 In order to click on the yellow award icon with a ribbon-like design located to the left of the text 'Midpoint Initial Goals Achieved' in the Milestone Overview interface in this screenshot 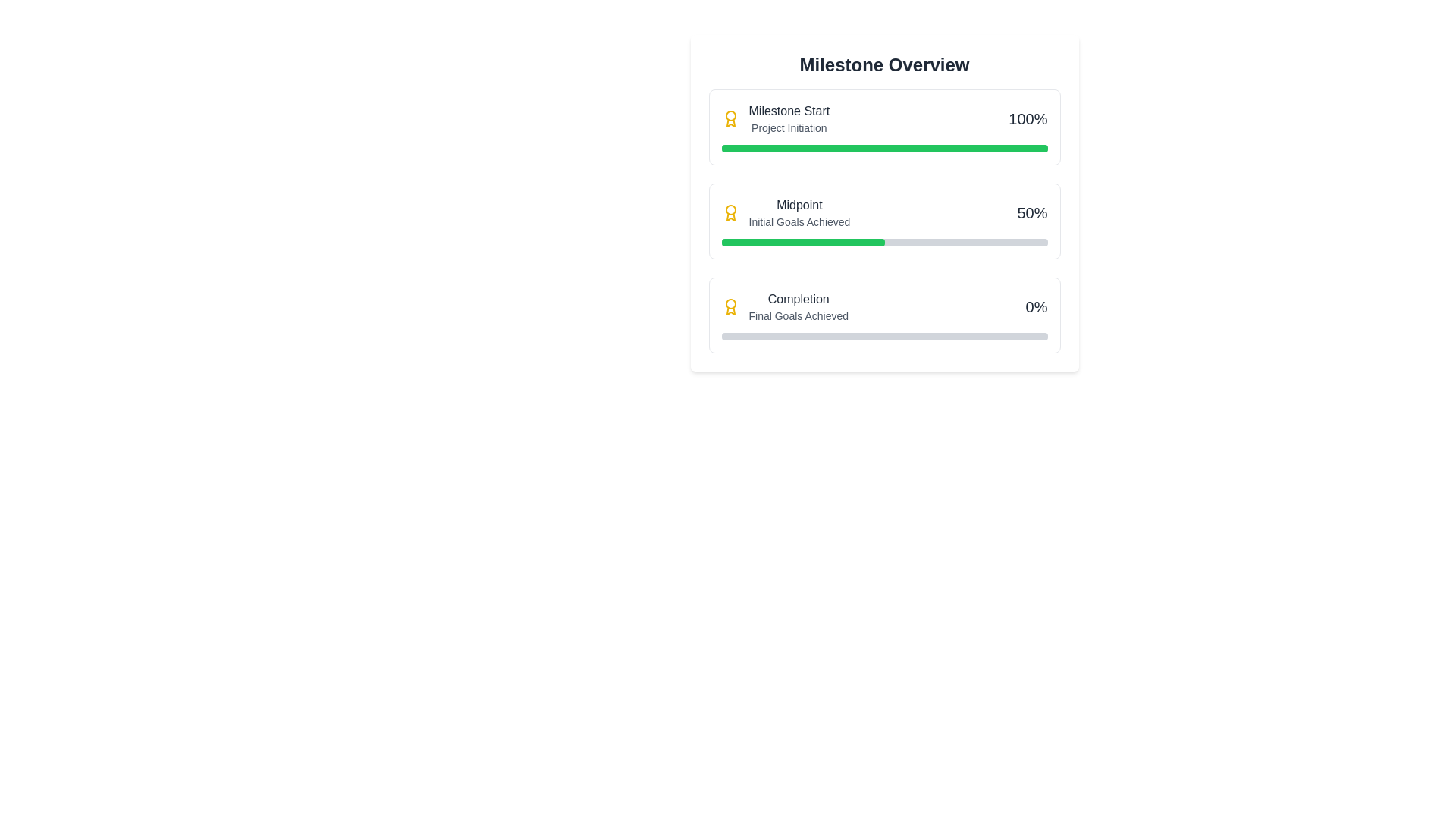, I will do `click(730, 213)`.